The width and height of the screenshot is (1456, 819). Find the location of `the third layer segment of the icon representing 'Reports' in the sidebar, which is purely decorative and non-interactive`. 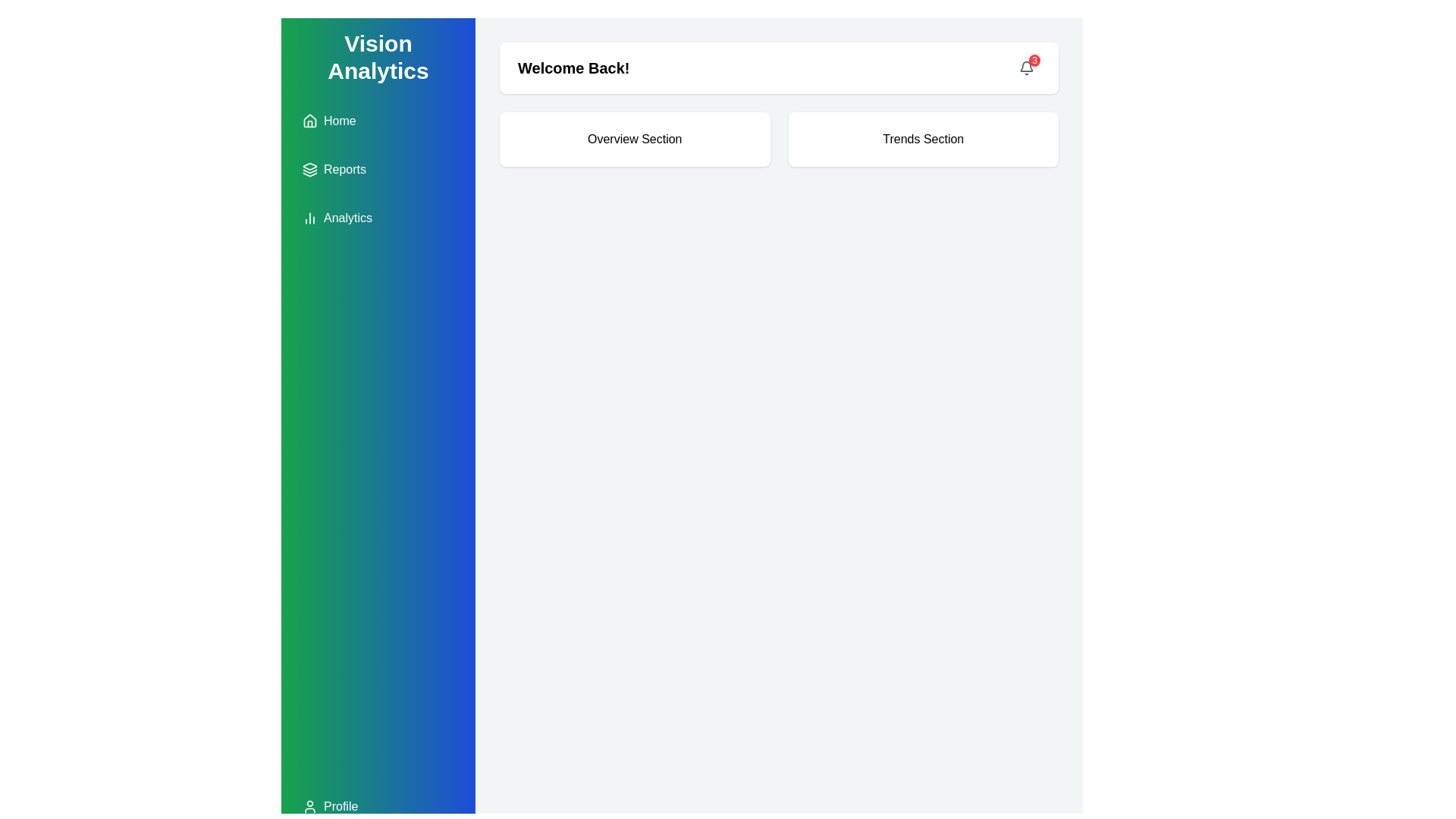

the third layer segment of the icon representing 'Reports' in the sidebar, which is purely decorative and non-interactive is located at coordinates (309, 174).